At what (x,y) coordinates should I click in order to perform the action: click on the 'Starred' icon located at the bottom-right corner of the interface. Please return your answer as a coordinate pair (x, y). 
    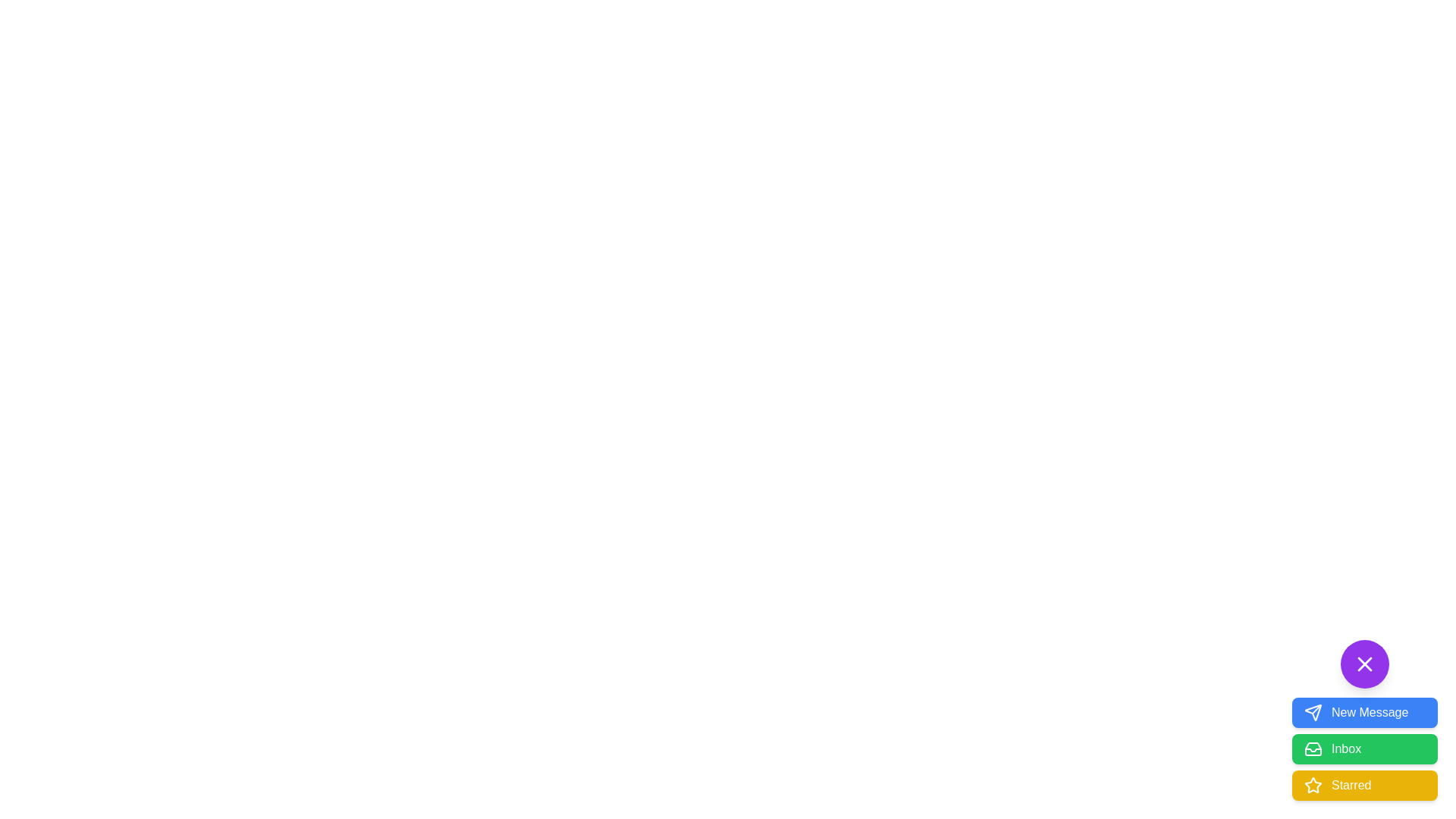
    Looking at the image, I should click on (1313, 785).